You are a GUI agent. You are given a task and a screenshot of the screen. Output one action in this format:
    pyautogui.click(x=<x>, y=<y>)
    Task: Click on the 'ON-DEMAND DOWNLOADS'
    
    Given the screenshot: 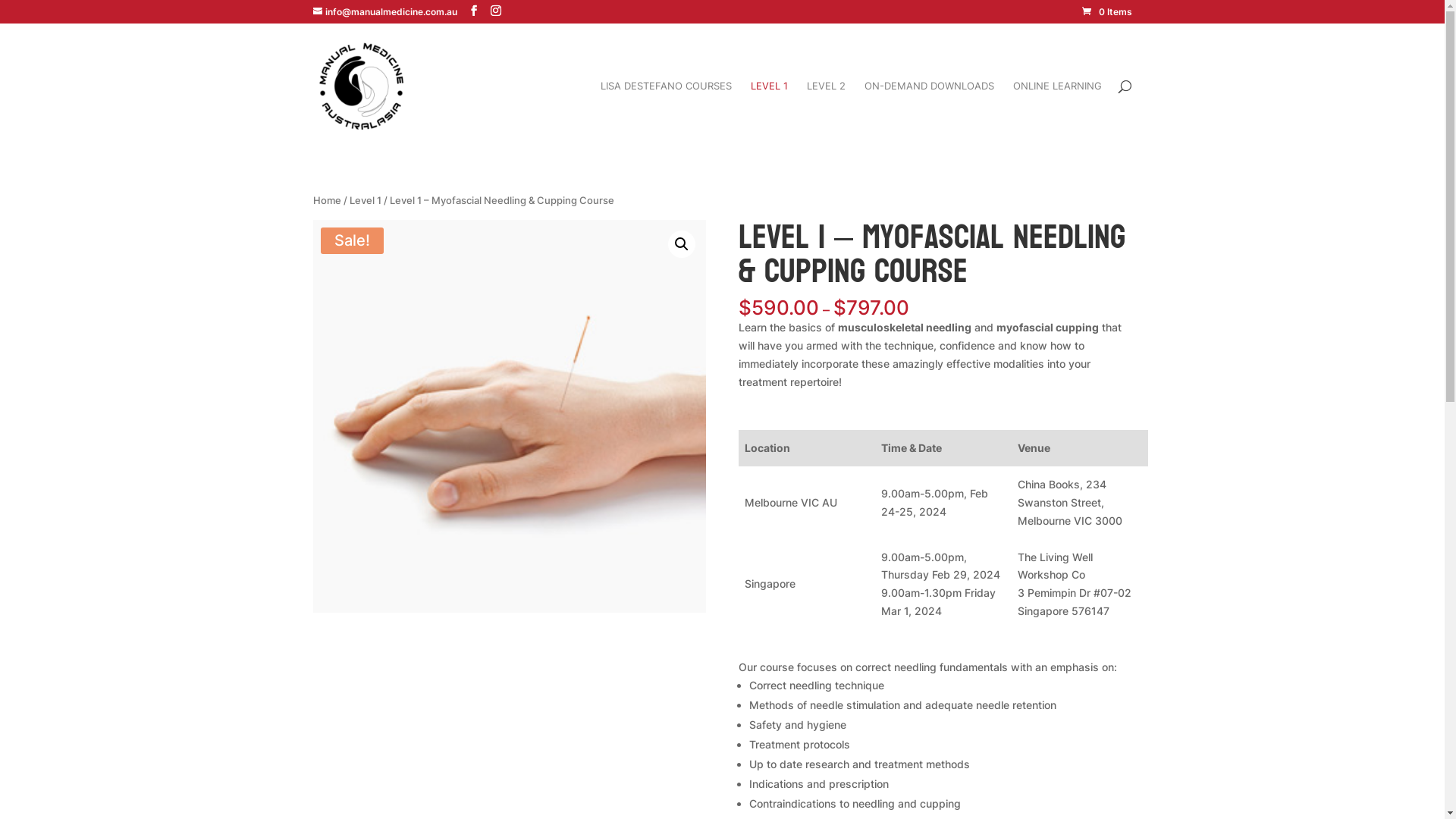 What is the action you would take?
    pyautogui.click(x=928, y=113)
    